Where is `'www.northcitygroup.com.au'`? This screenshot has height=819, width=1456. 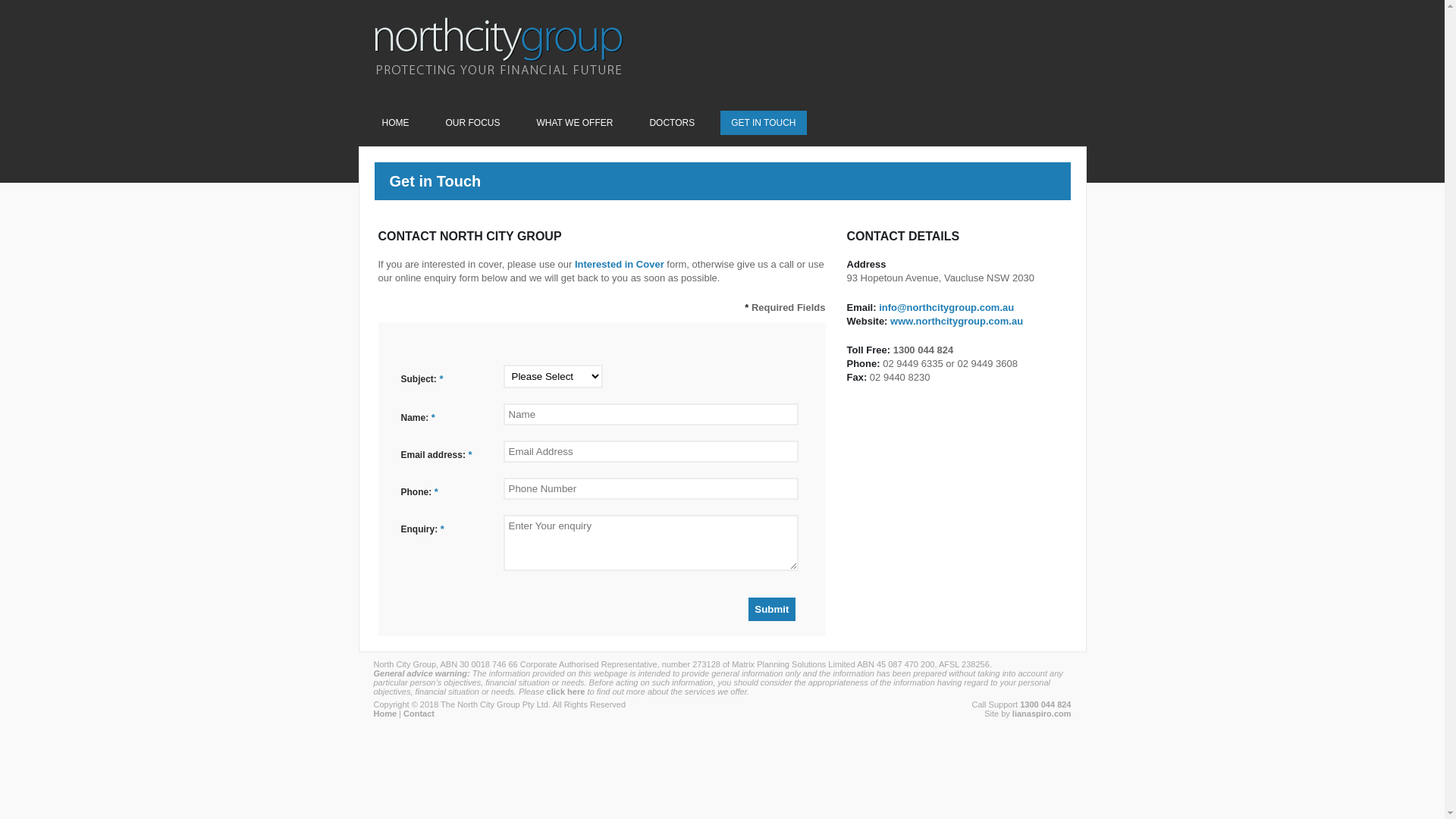
'www.northcitygroup.com.au' is located at coordinates (955, 320).